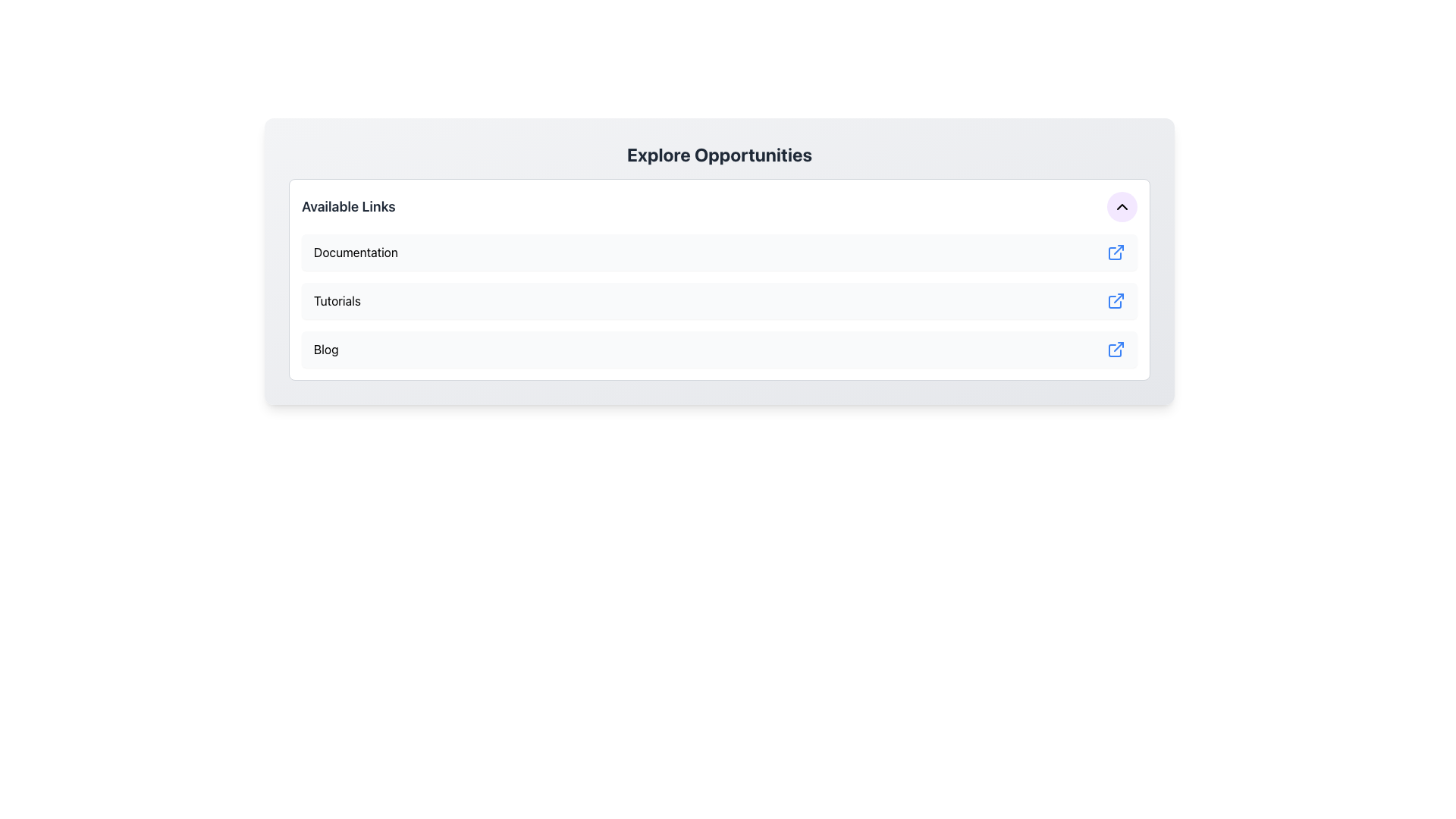 This screenshot has width=1456, height=819. I want to click on the decorative icon located to the far-right of the 'Blog' row in the 'Available Links' list, so click(1115, 350).